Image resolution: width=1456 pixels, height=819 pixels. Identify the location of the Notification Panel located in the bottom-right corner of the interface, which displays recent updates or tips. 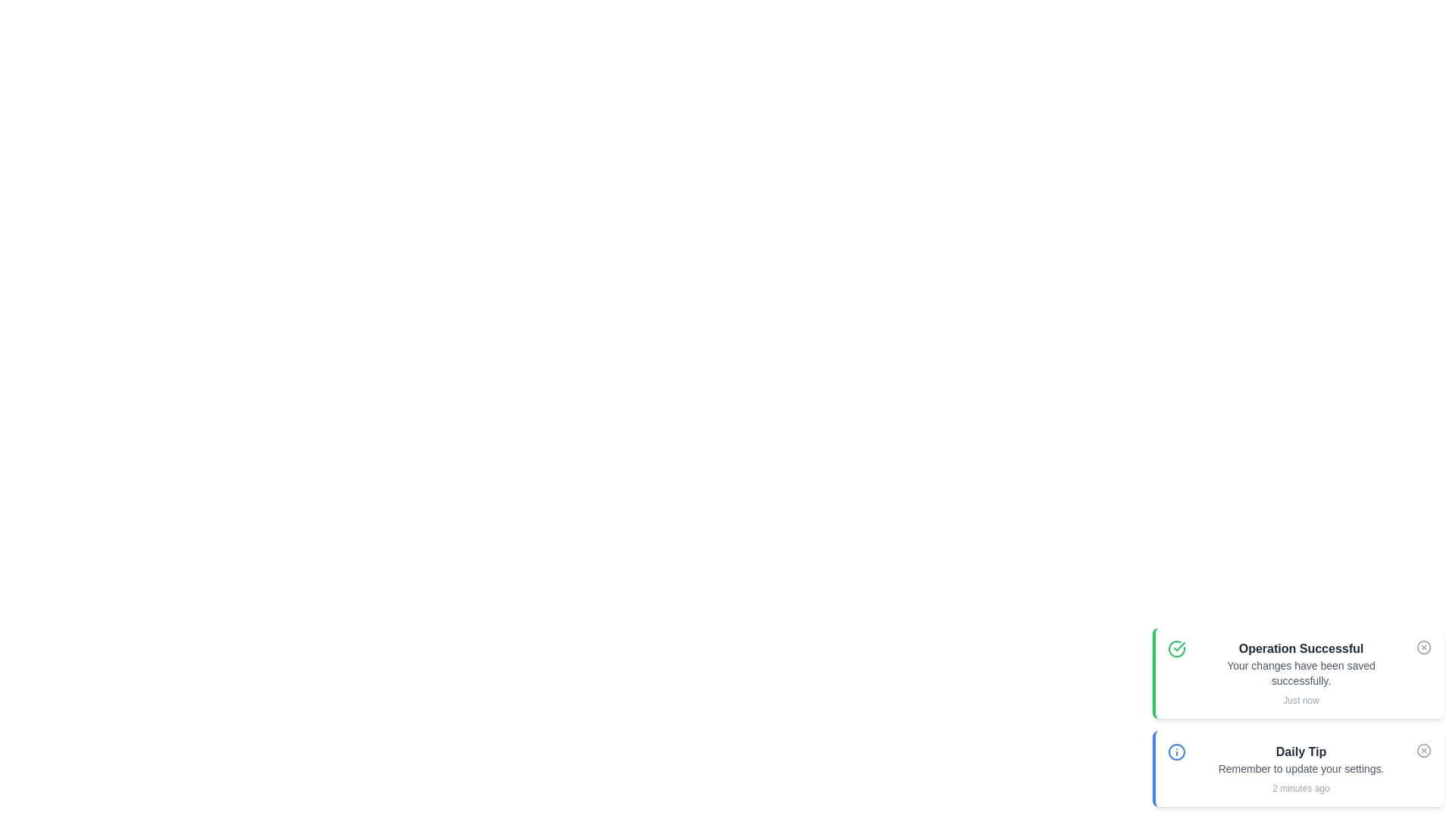
(1298, 717).